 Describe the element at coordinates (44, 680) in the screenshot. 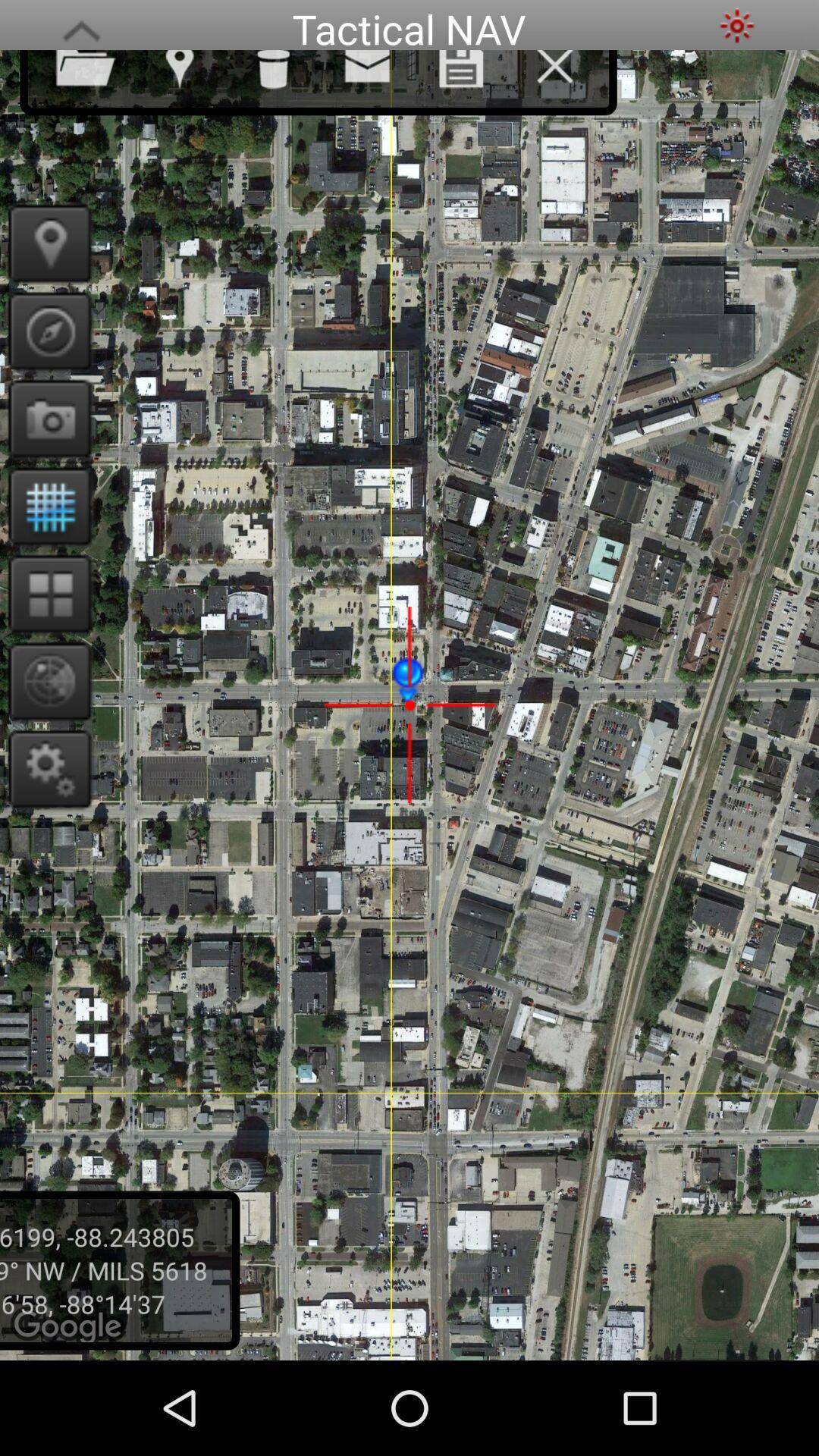

I see `zoom in on location` at that location.